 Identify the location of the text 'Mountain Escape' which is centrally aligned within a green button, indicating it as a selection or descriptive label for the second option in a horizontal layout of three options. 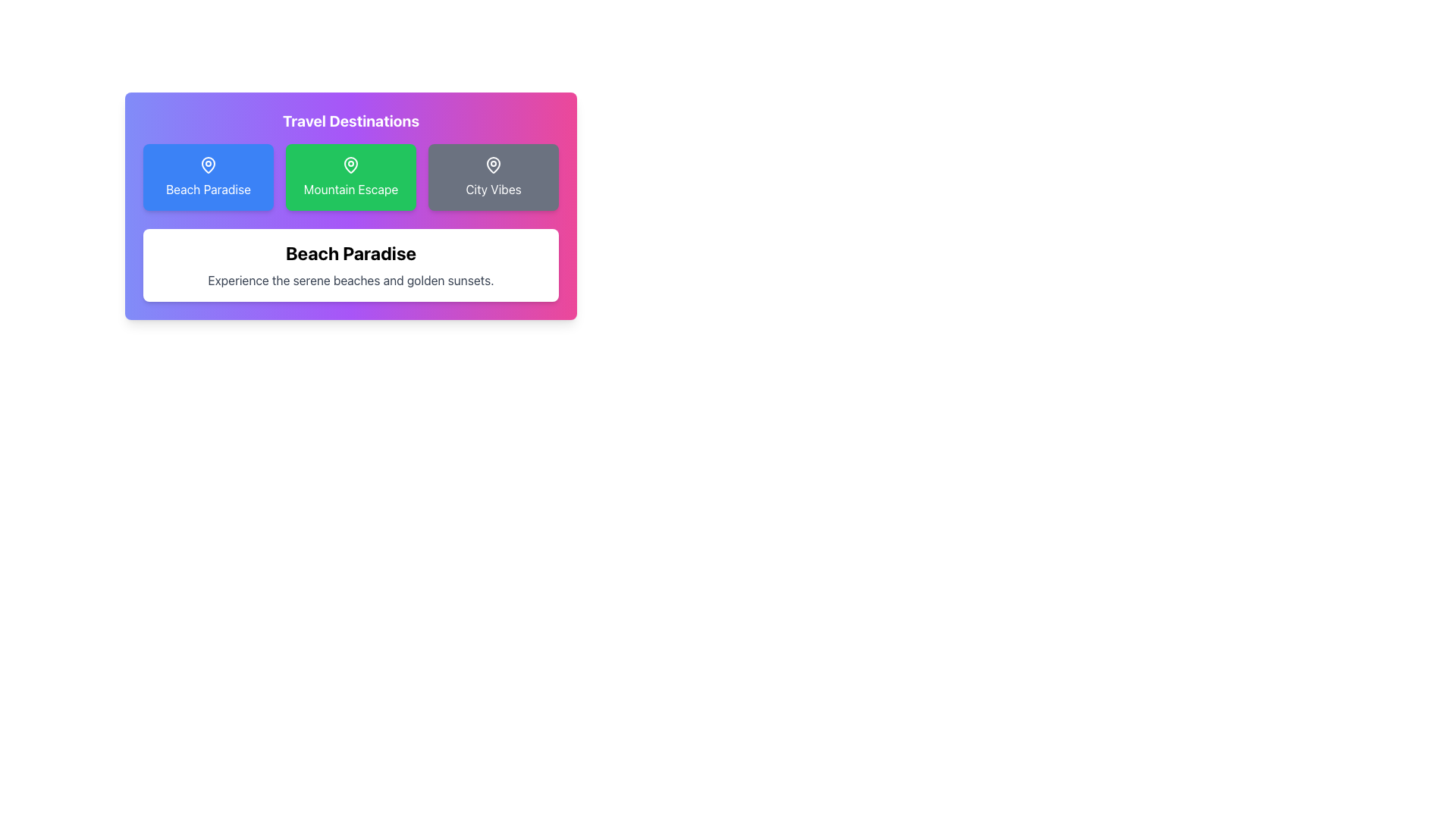
(350, 189).